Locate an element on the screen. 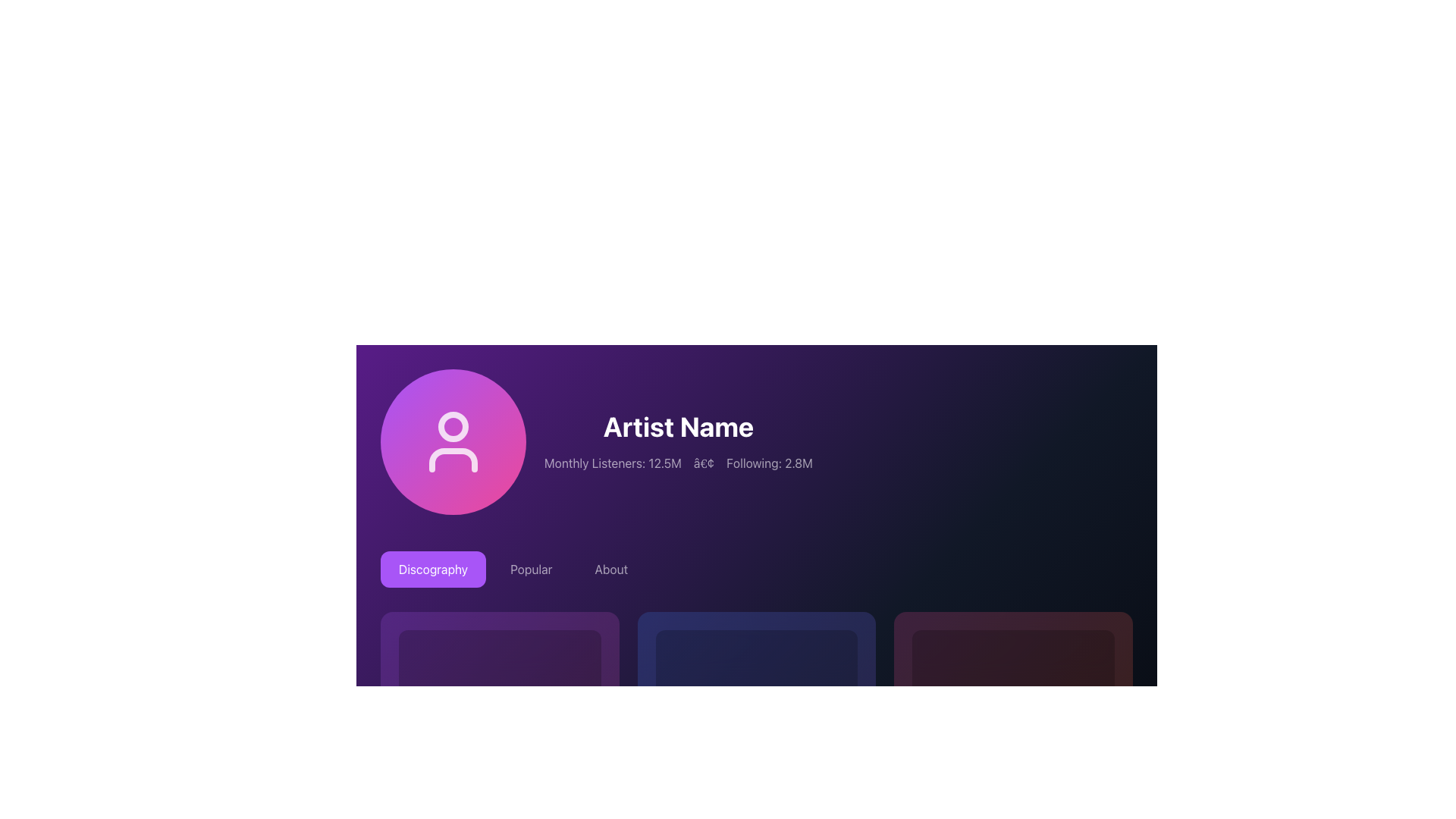  the 'About' button, which is the third button in a horizontal row of three buttons ('Discography', 'Popular', 'About') located beneath the artist profile section is located at coordinates (611, 570).